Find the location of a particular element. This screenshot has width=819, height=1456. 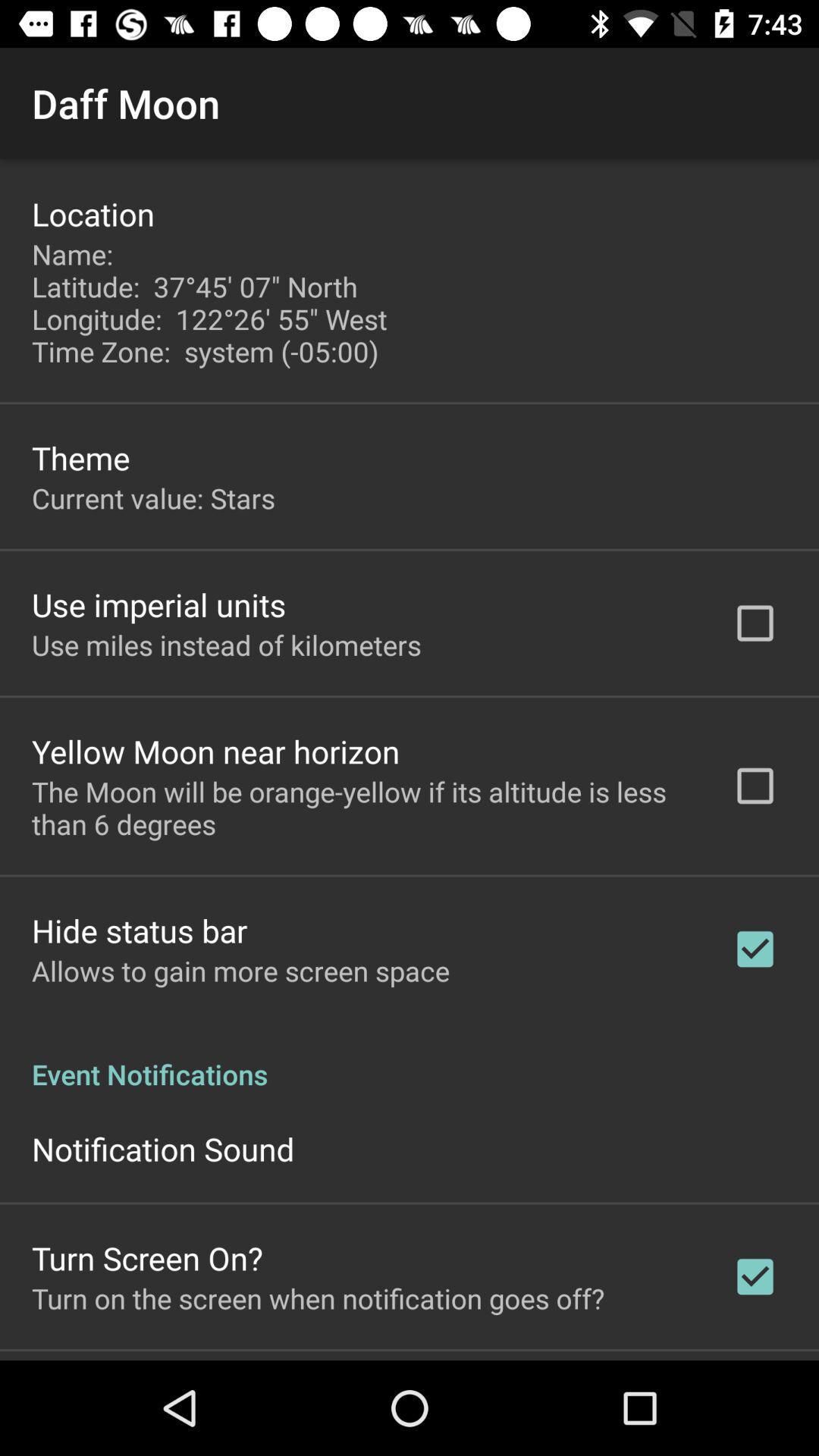

theme app is located at coordinates (80, 457).